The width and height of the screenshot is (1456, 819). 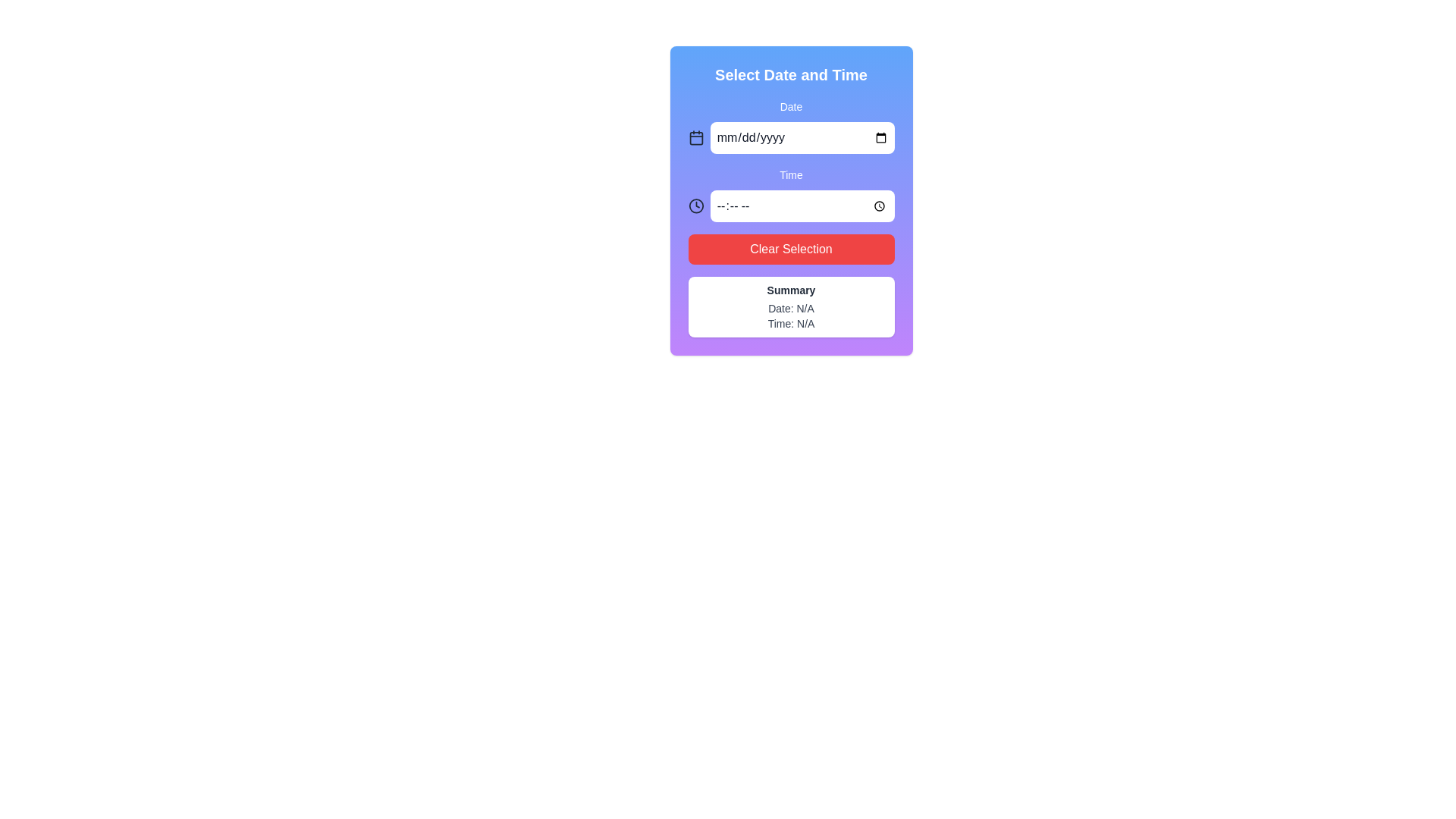 What do you see at coordinates (695, 137) in the screenshot?
I see `the calendar icon located adjacent to the 'Date' input field` at bounding box center [695, 137].